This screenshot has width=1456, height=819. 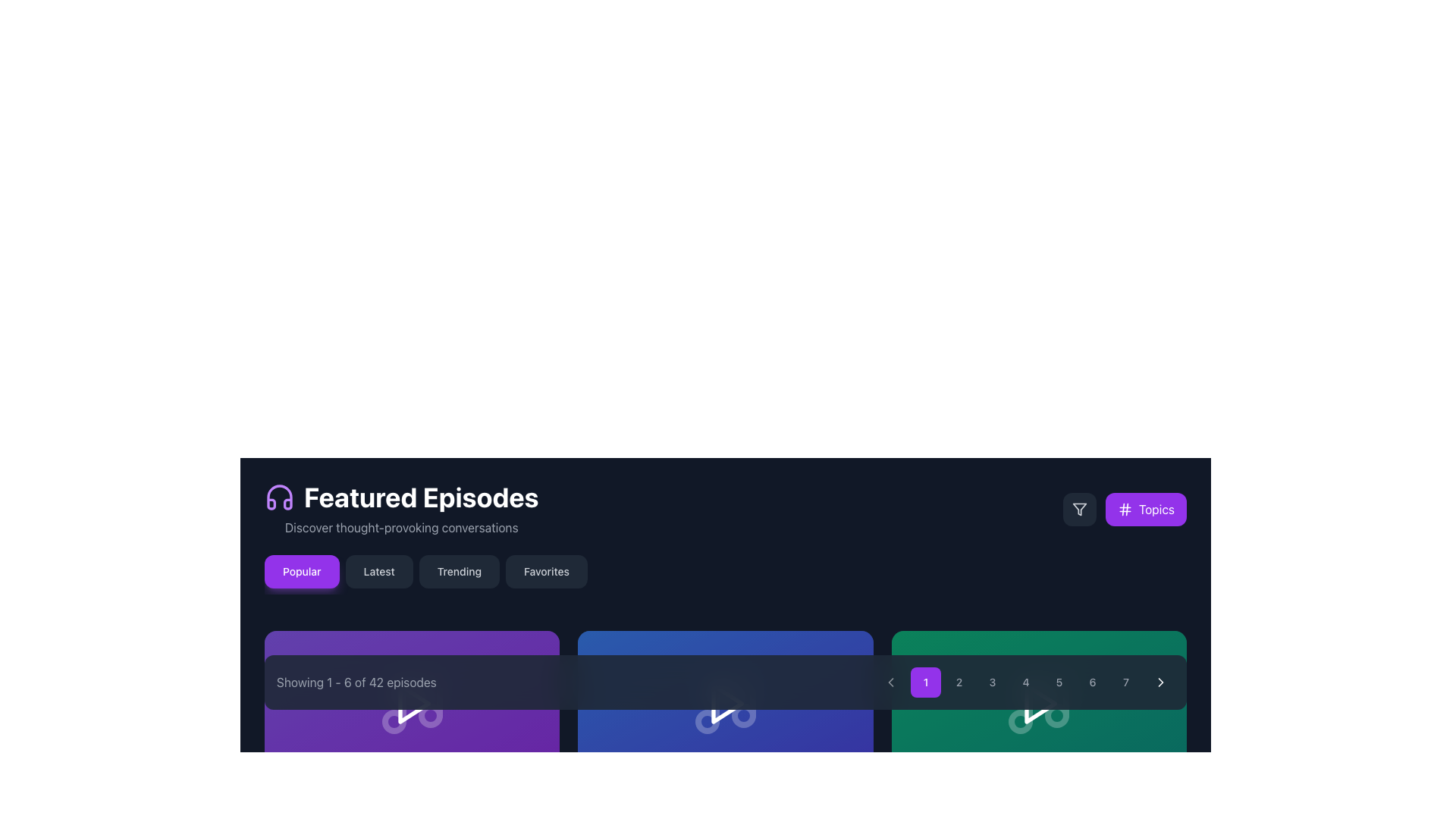 I want to click on the left-pointing triangular arrow icon located within the navigation bar's pagination section, so click(x=891, y=681).